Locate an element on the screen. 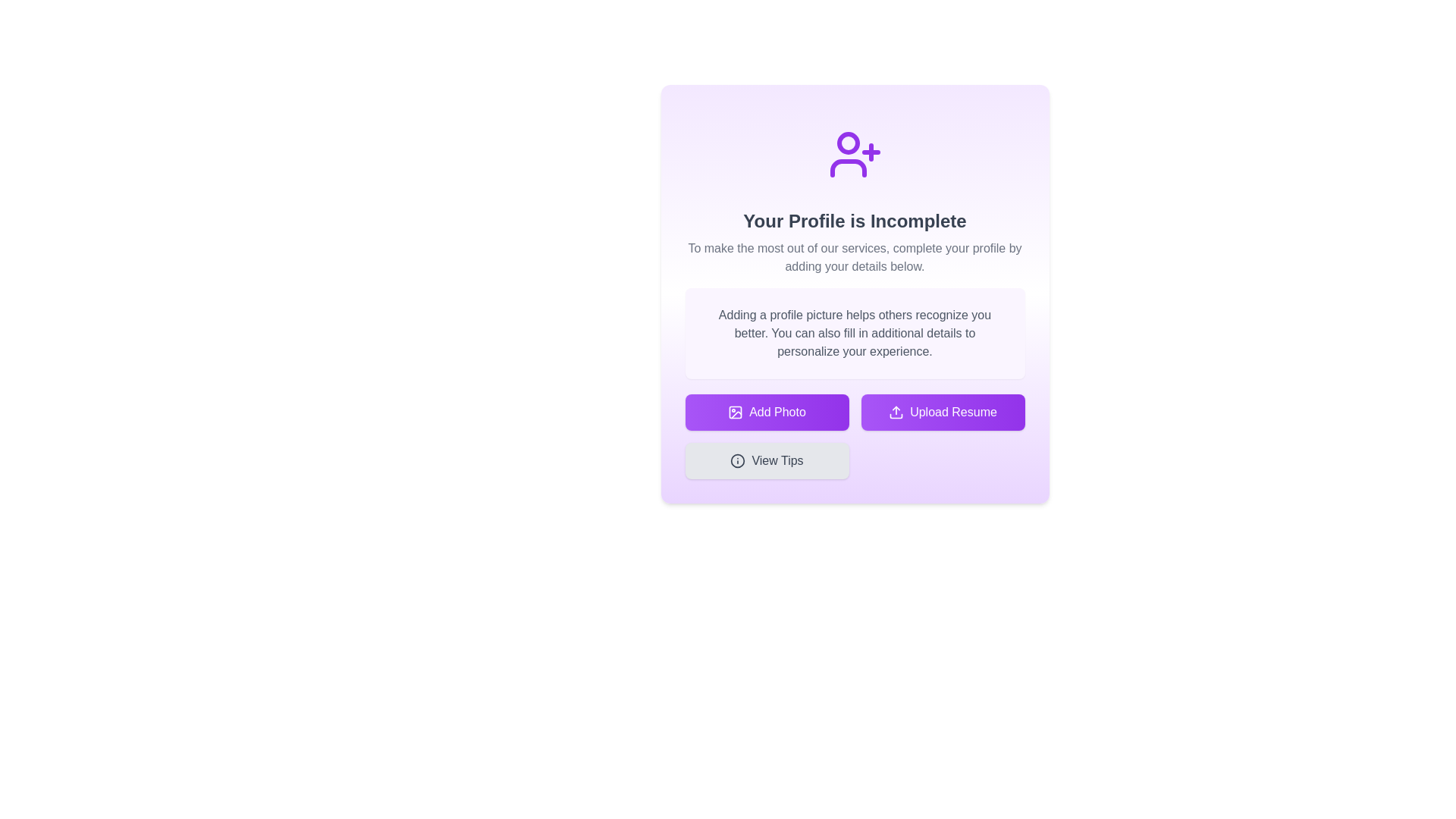  the icon located to the left of the 'View Tips' text within the button in the bottom section of the styled card is located at coordinates (738, 460).